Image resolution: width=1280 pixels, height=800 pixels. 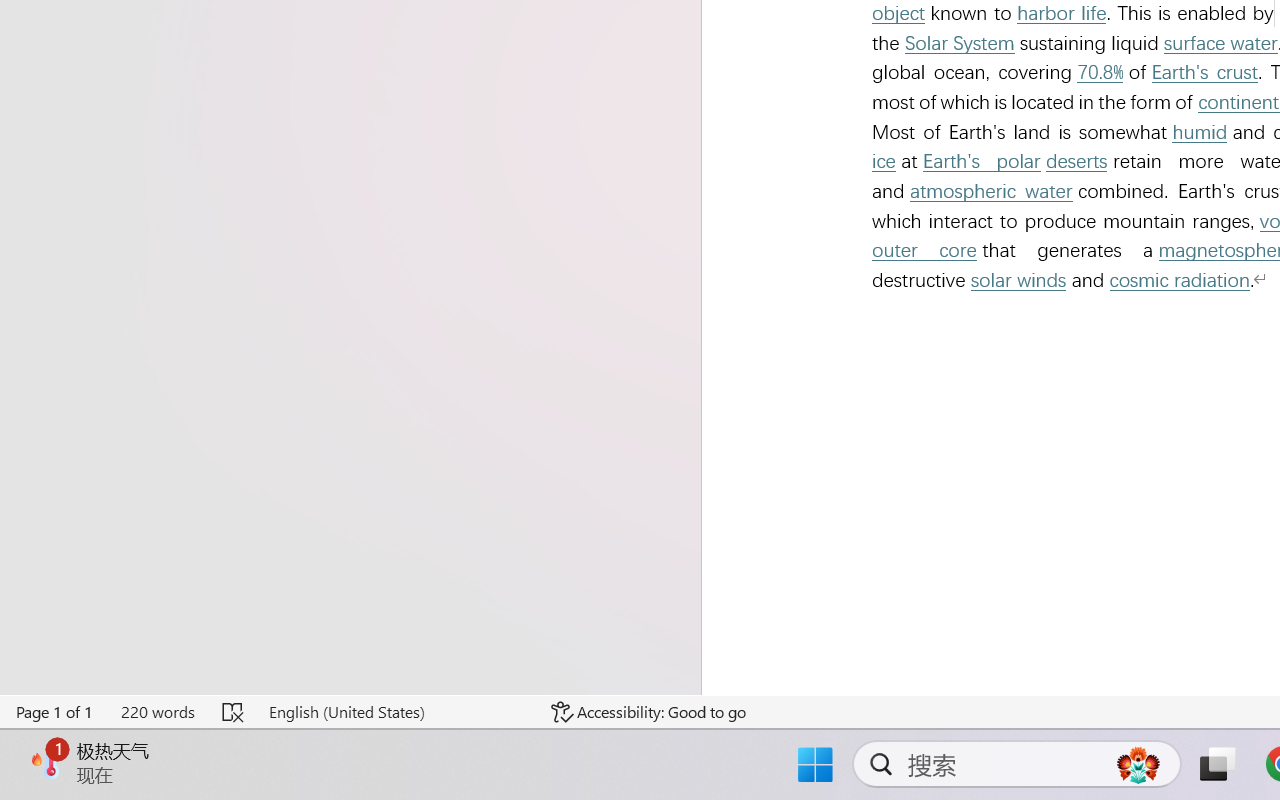 What do you see at coordinates (1219, 42) in the screenshot?
I see `'surface water'` at bounding box center [1219, 42].